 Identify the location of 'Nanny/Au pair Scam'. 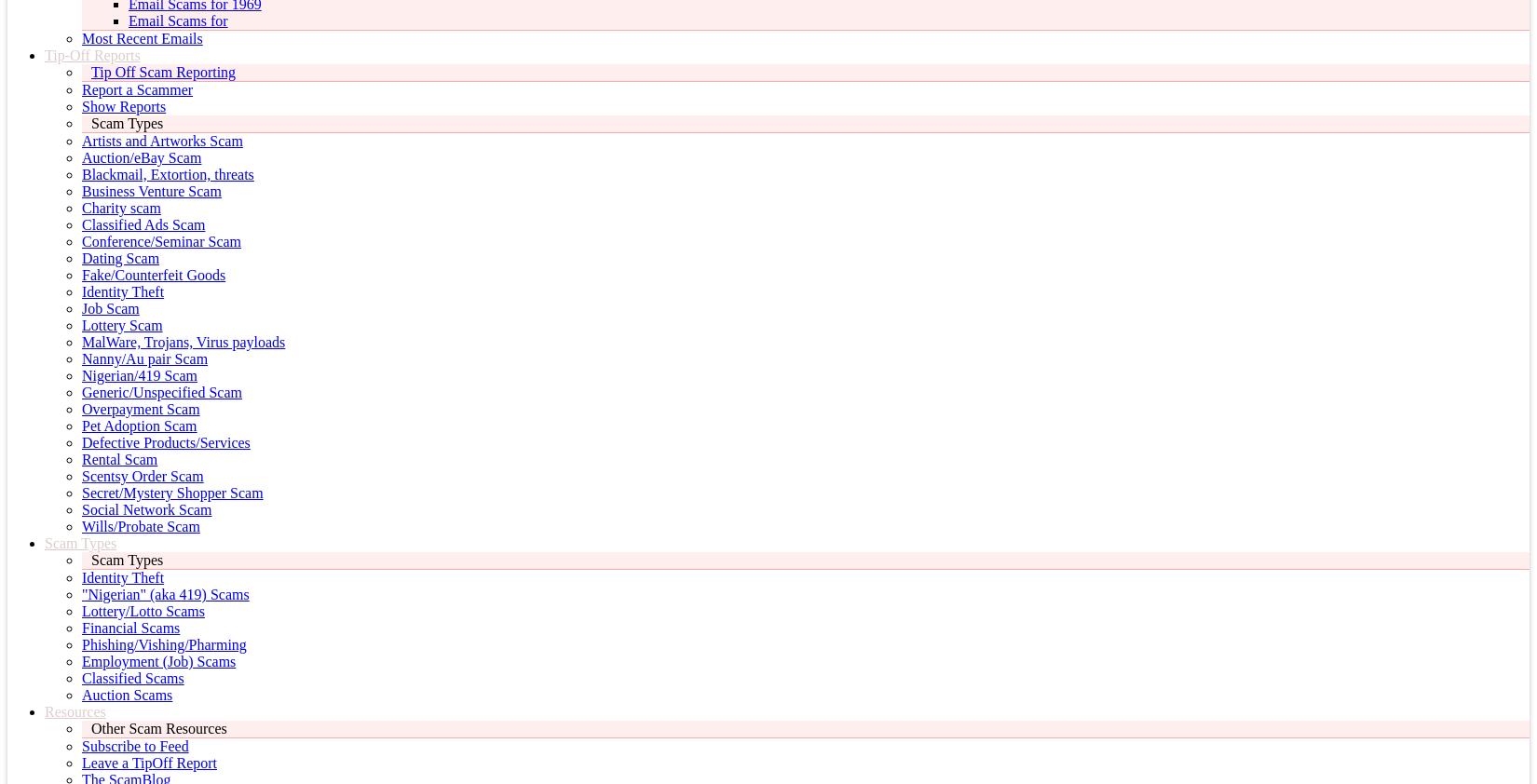
(144, 358).